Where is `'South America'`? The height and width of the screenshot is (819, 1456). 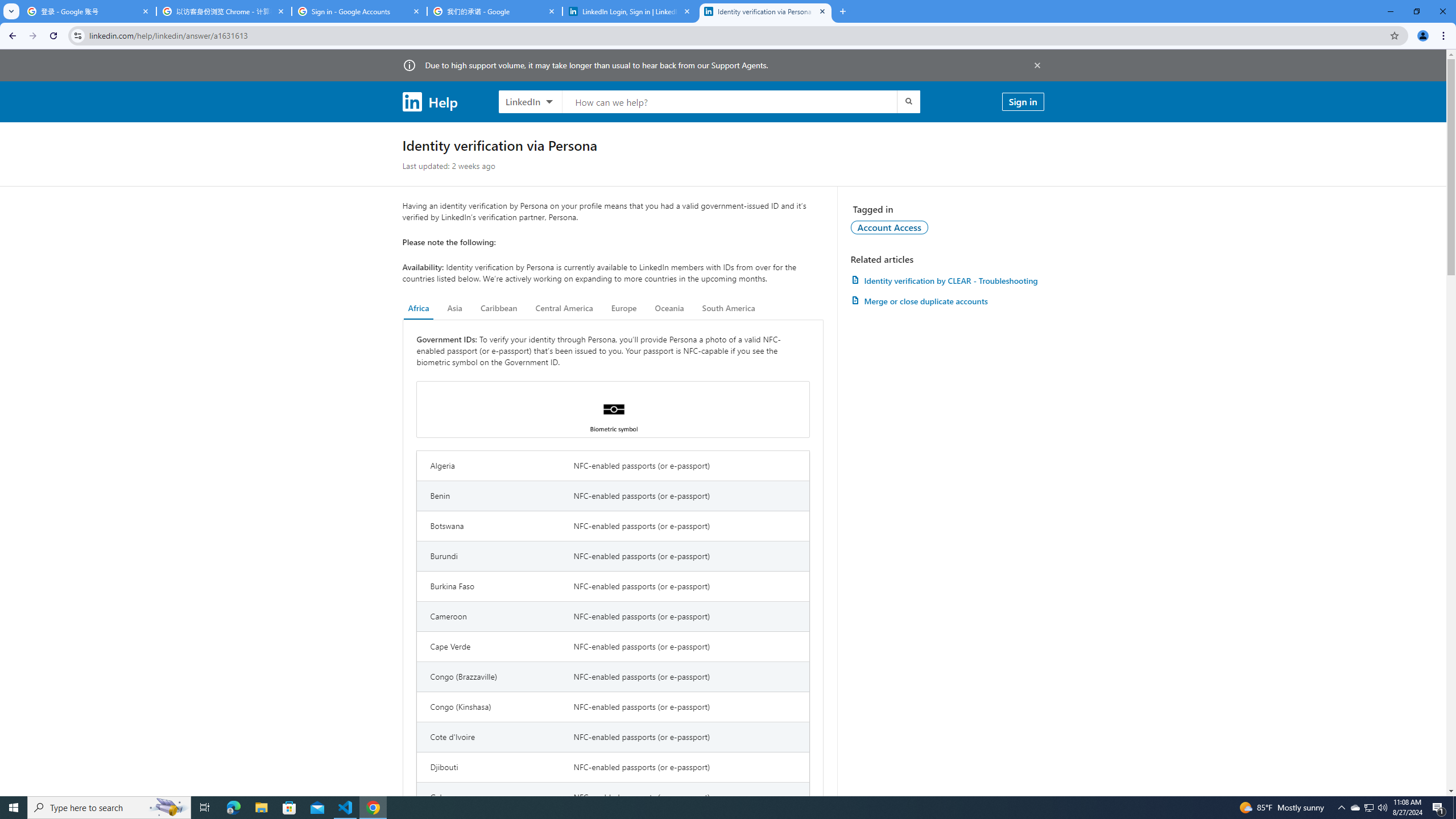 'South America' is located at coordinates (728, 308).